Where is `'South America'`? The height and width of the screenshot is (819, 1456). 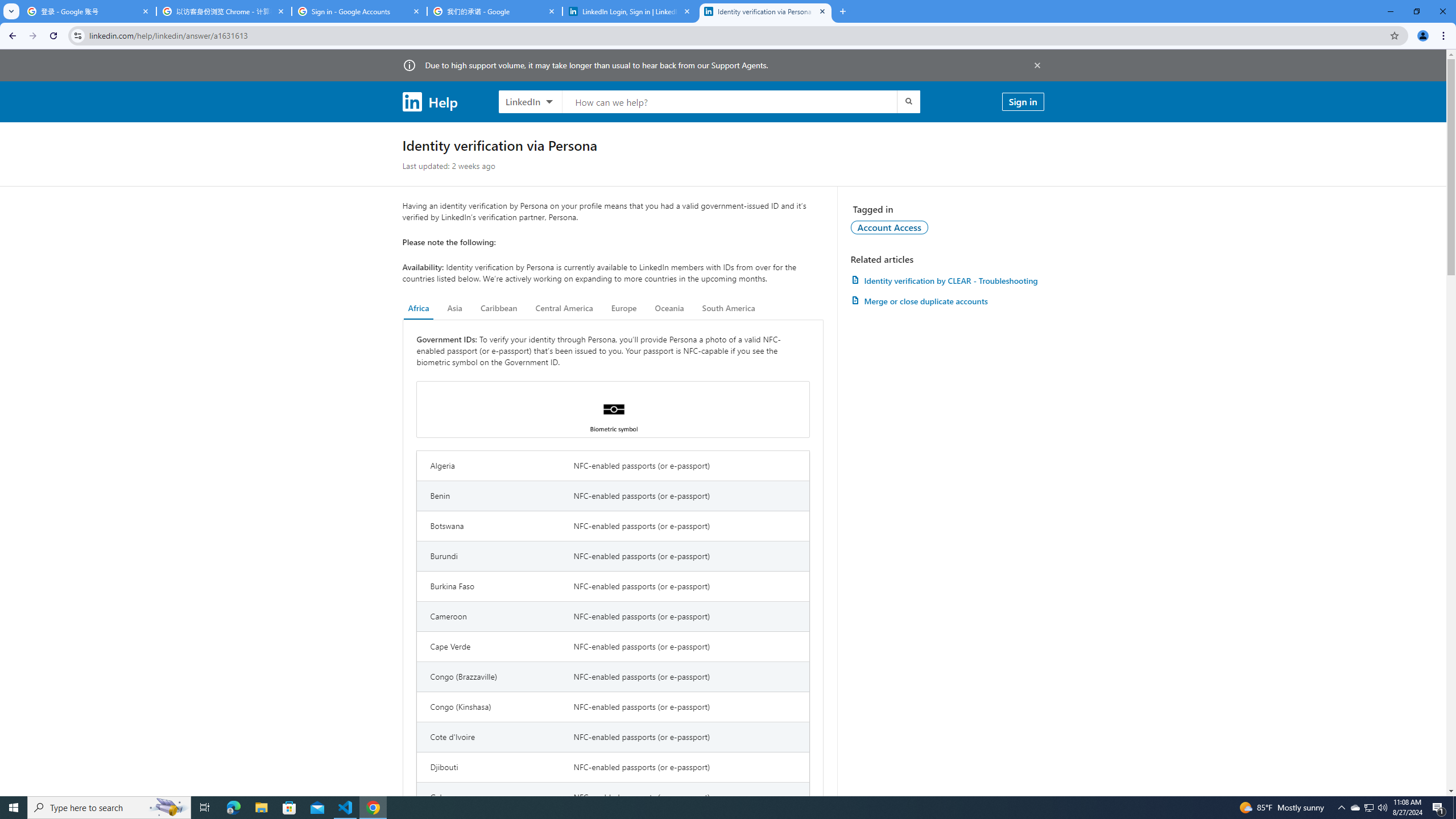 'South America' is located at coordinates (728, 308).